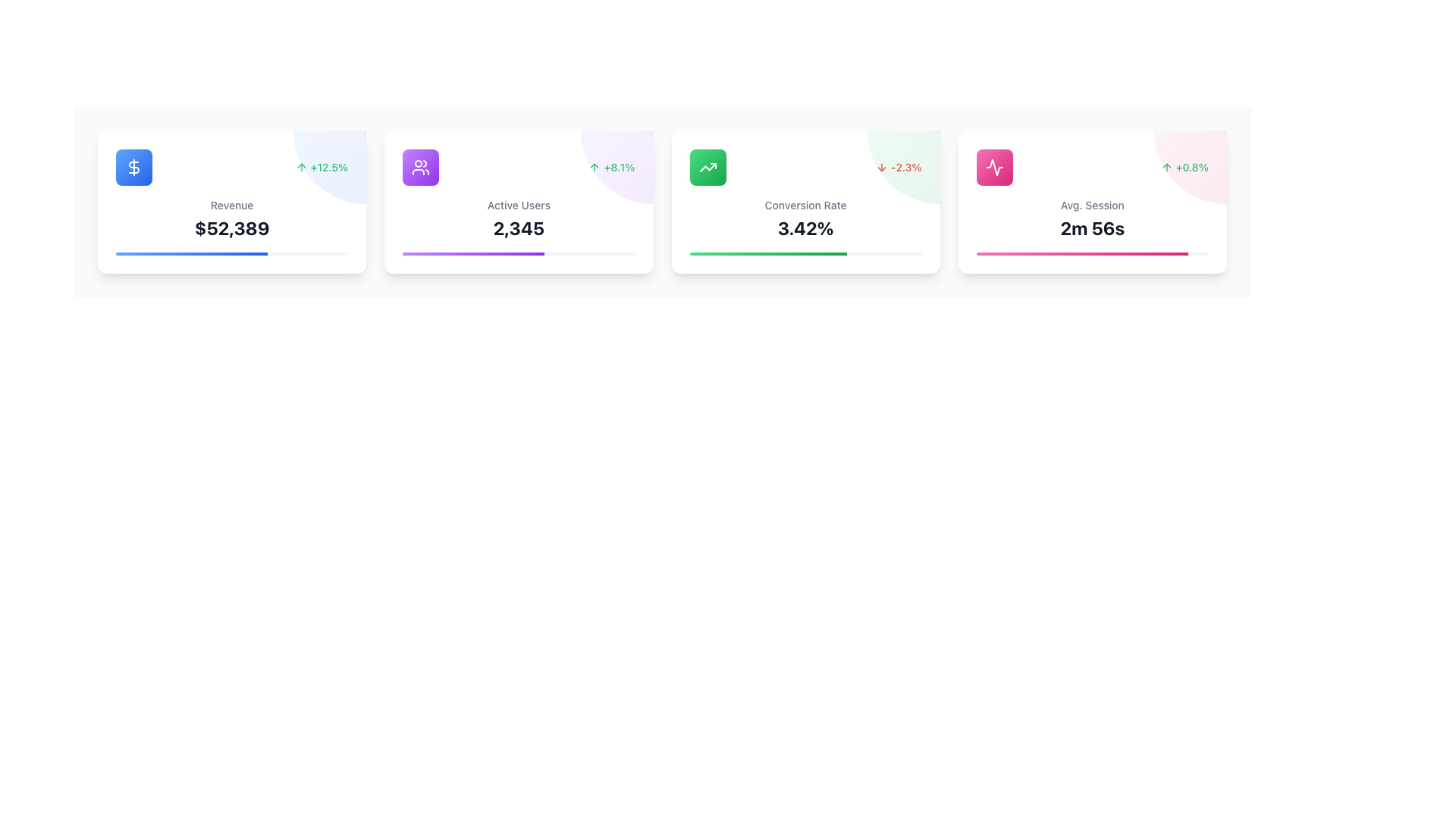 Image resolution: width=1456 pixels, height=819 pixels. Describe the element at coordinates (519, 227) in the screenshot. I see `the static numerical text display indicating 'Active Users', which is located in the second card from the left, below the text 'Active Users' and above a purple gradient progress bar` at that location.